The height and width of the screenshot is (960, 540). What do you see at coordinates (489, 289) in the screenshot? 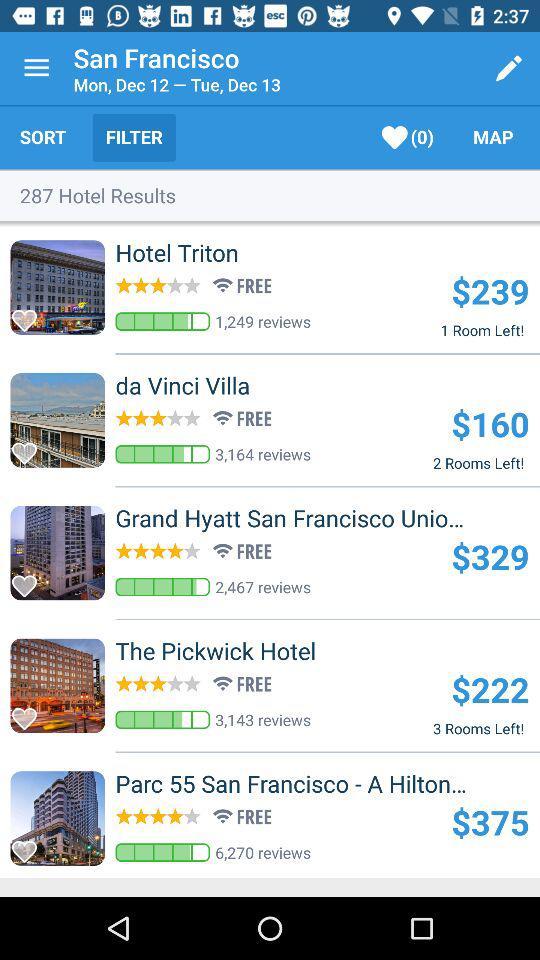
I see `the $239 item` at bounding box center [489, 289].